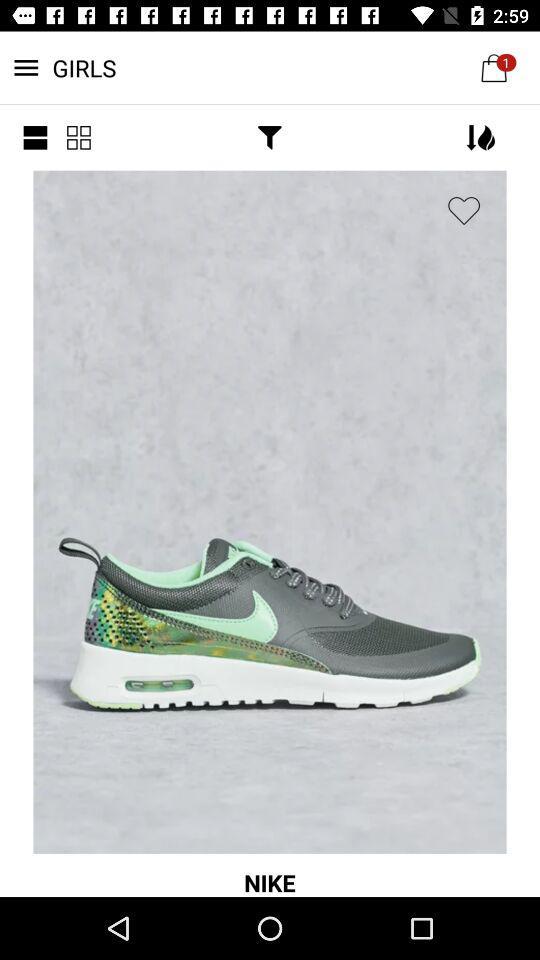 The height and width of the screenshot is (960, 540). Describe the element at coordinates (464, 211) in the screenshot. I see `the heart icon on the image shown above the text nike` at that location.